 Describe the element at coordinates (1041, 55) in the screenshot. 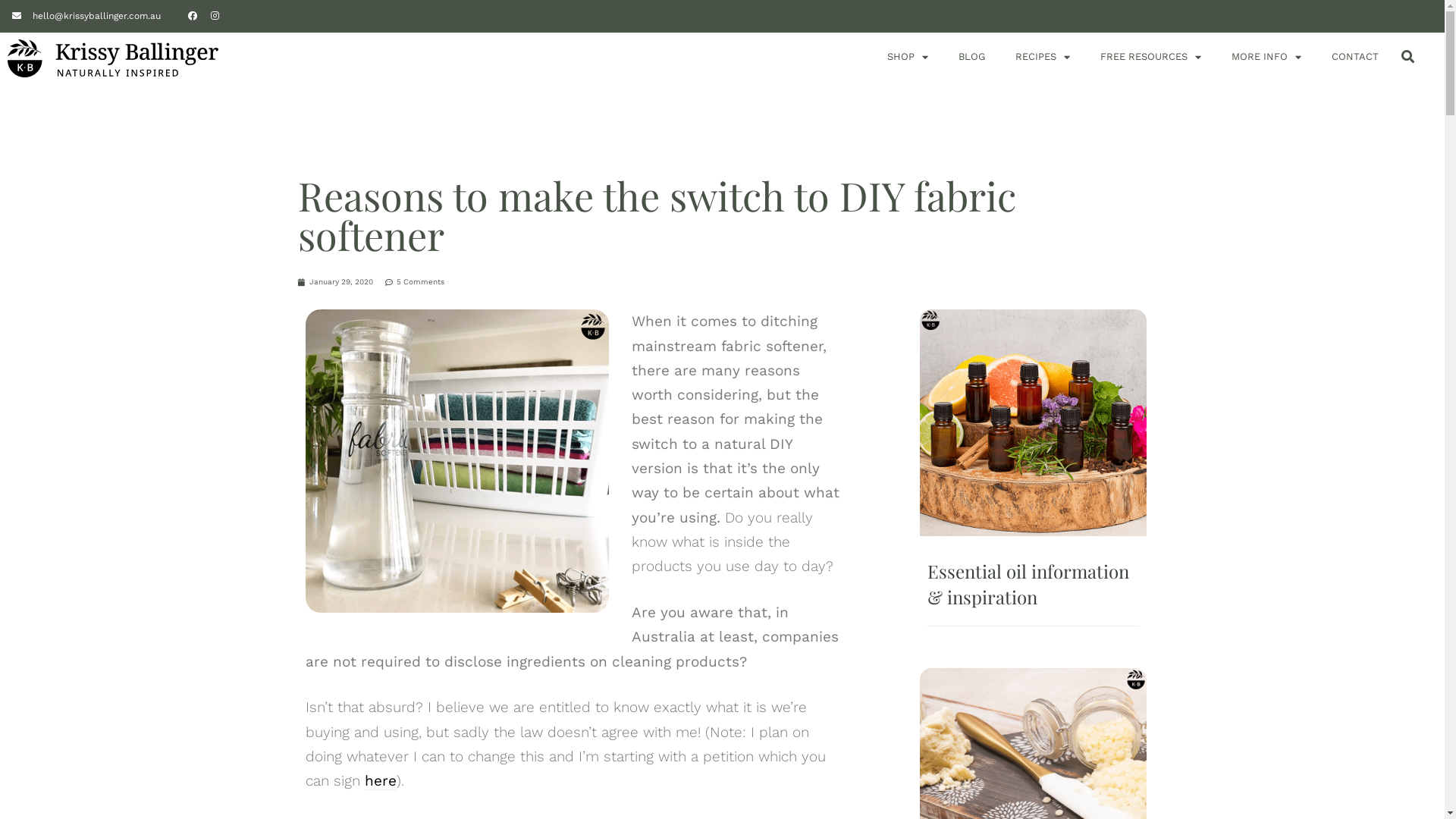

I see `'RECIPES'` at that location.